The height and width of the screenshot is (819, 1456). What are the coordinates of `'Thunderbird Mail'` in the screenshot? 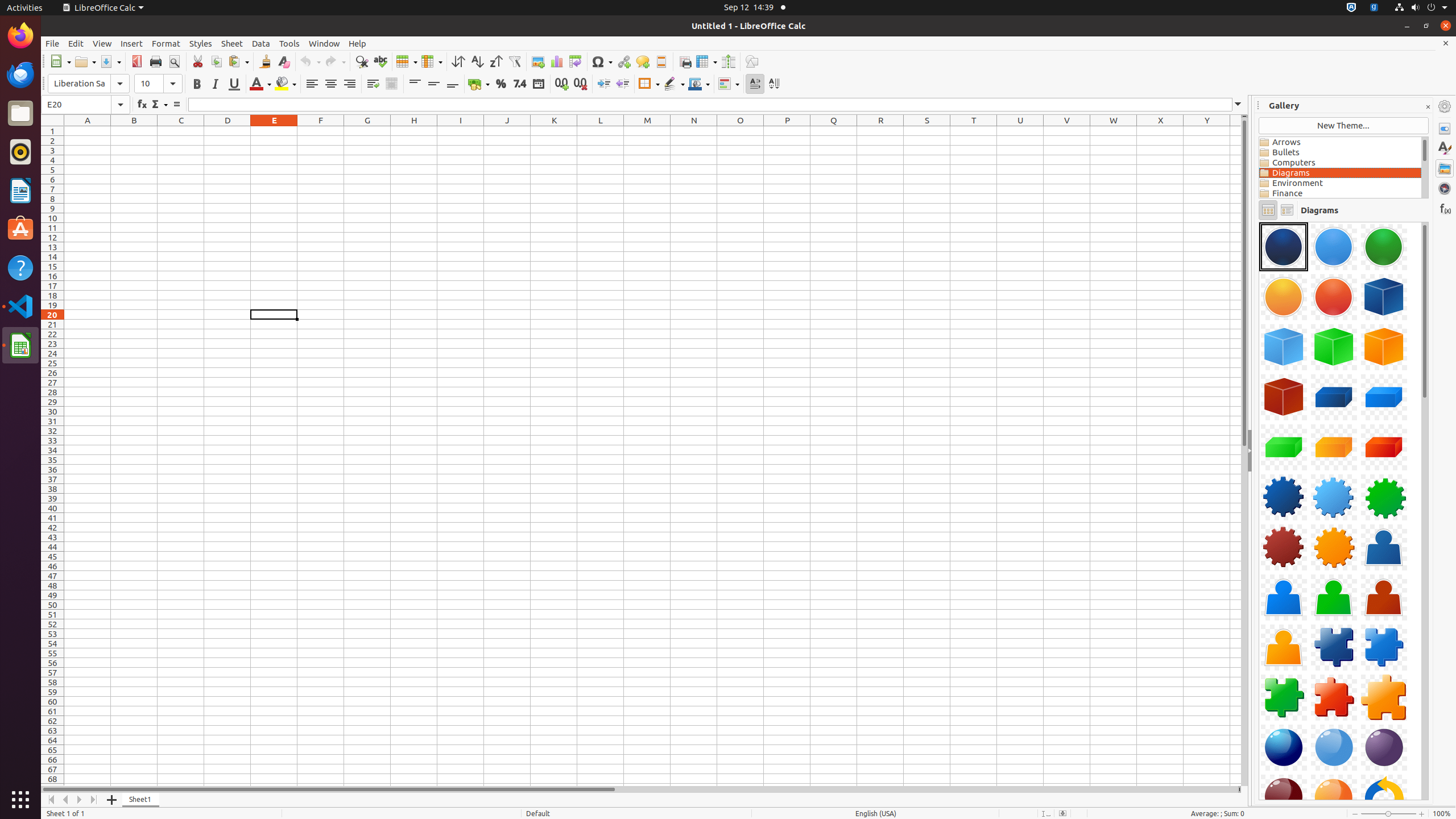 It's located at (20, 74).